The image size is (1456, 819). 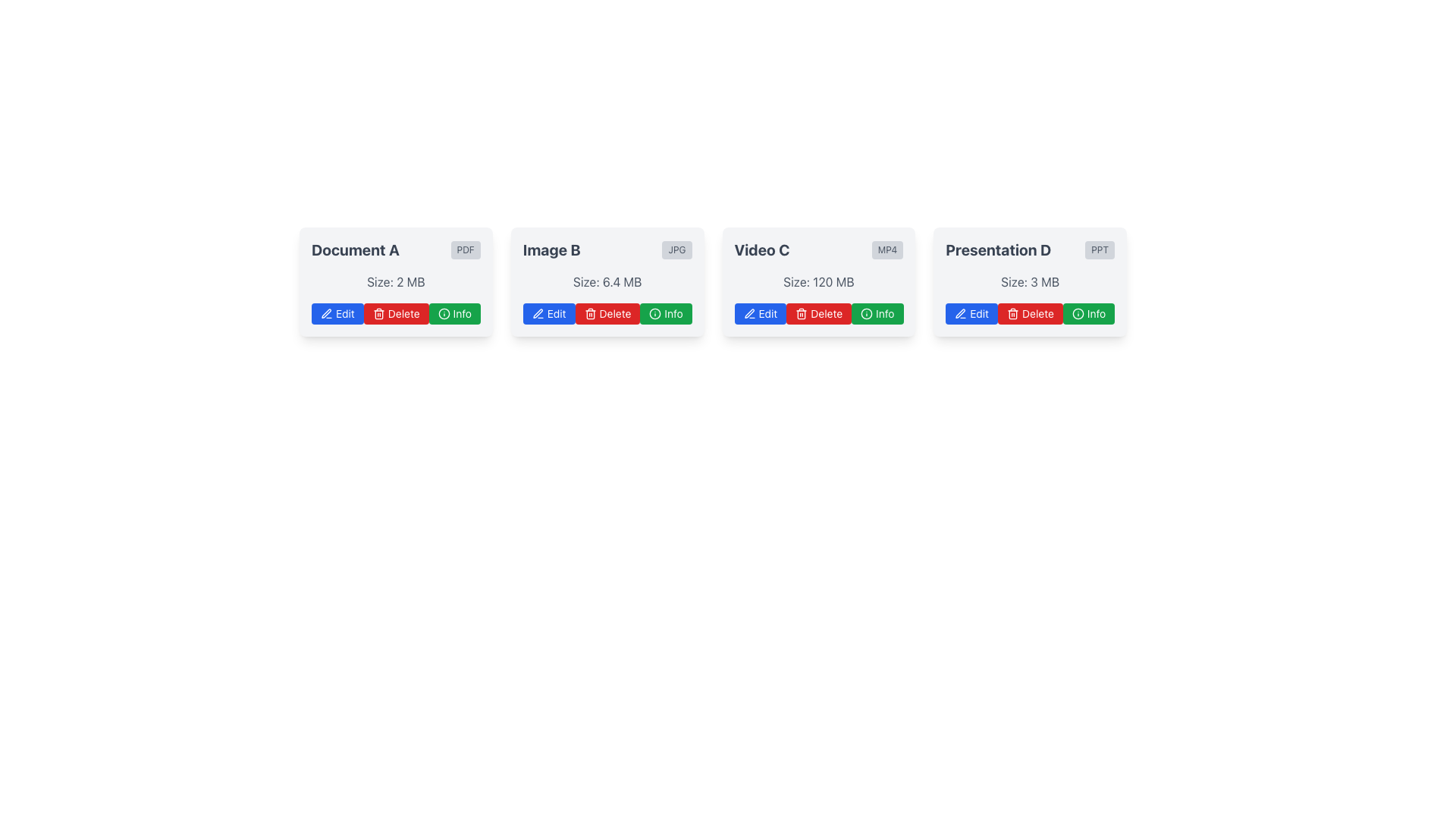 I want to click on the Text label that informs the user about the size of the associated video file located in the third card representing 'Video C', positioned below the title 'Video C', so click(x=817, y=281).